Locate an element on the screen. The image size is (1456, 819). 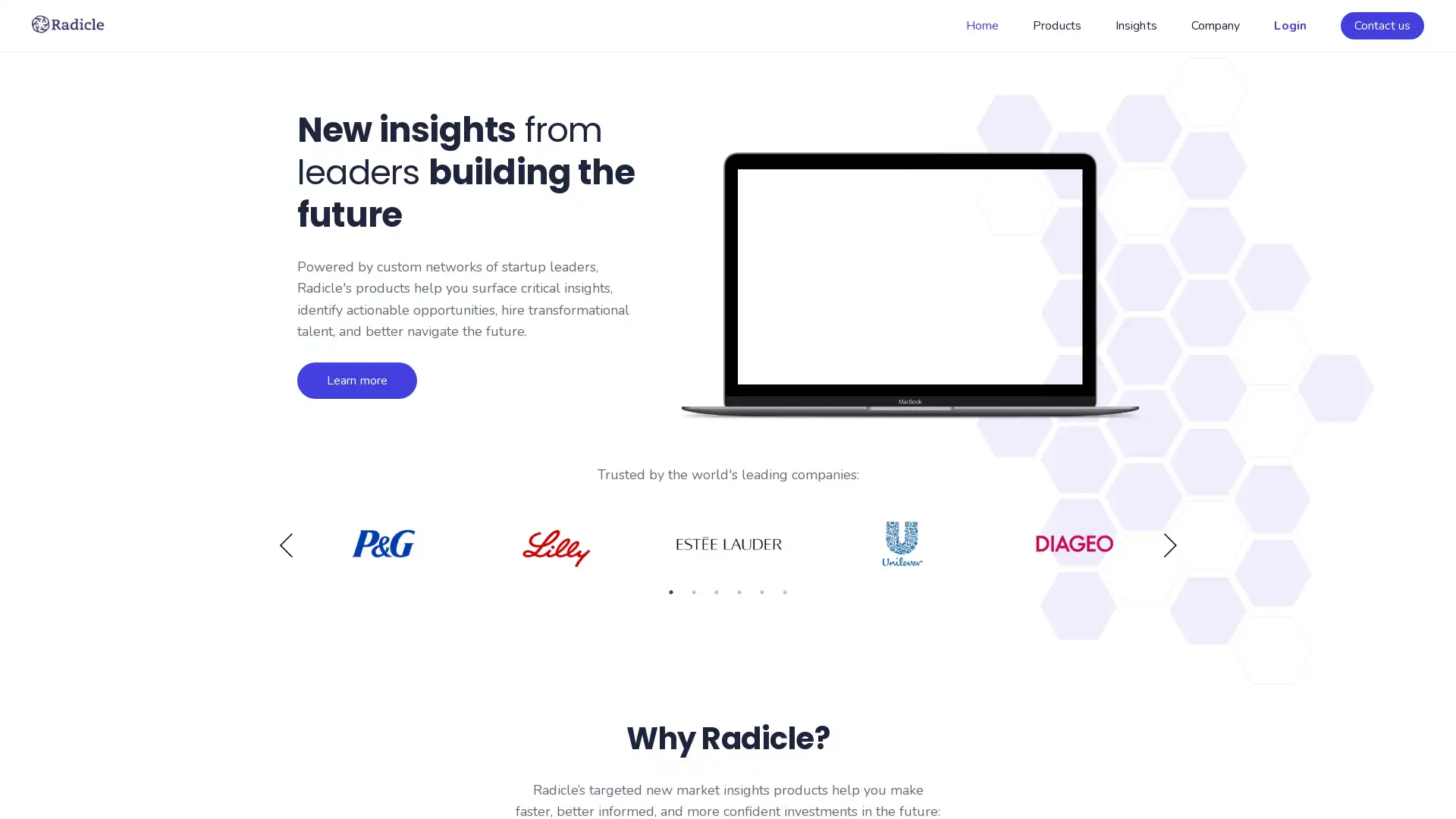
4 is located at coordinates (739, 595).